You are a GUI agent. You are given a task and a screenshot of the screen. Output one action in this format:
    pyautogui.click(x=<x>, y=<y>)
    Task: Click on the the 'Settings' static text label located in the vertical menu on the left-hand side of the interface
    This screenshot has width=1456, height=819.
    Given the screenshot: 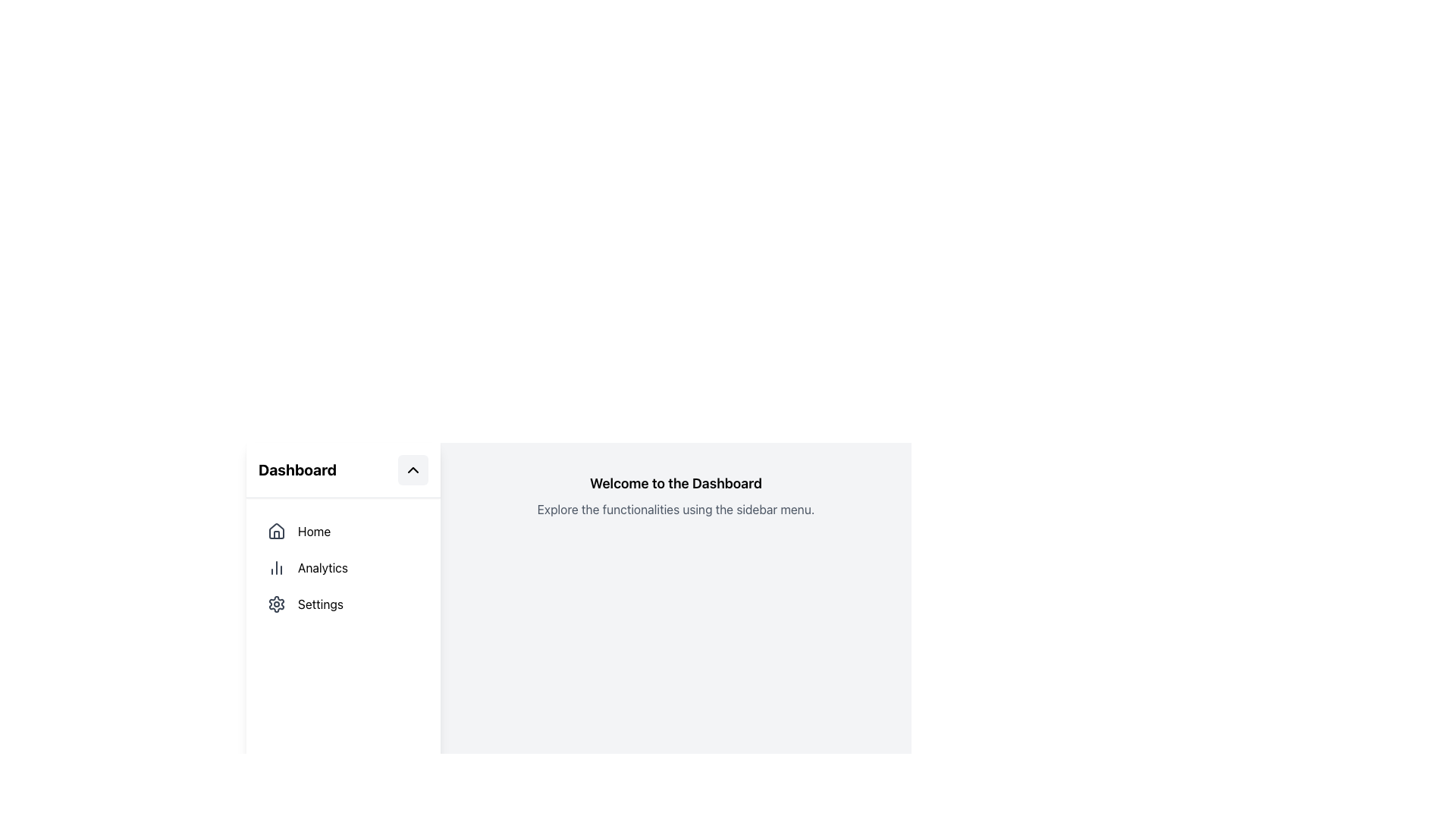 What is the action you would take?
    pyautogui.click(x=319, y=604)
    